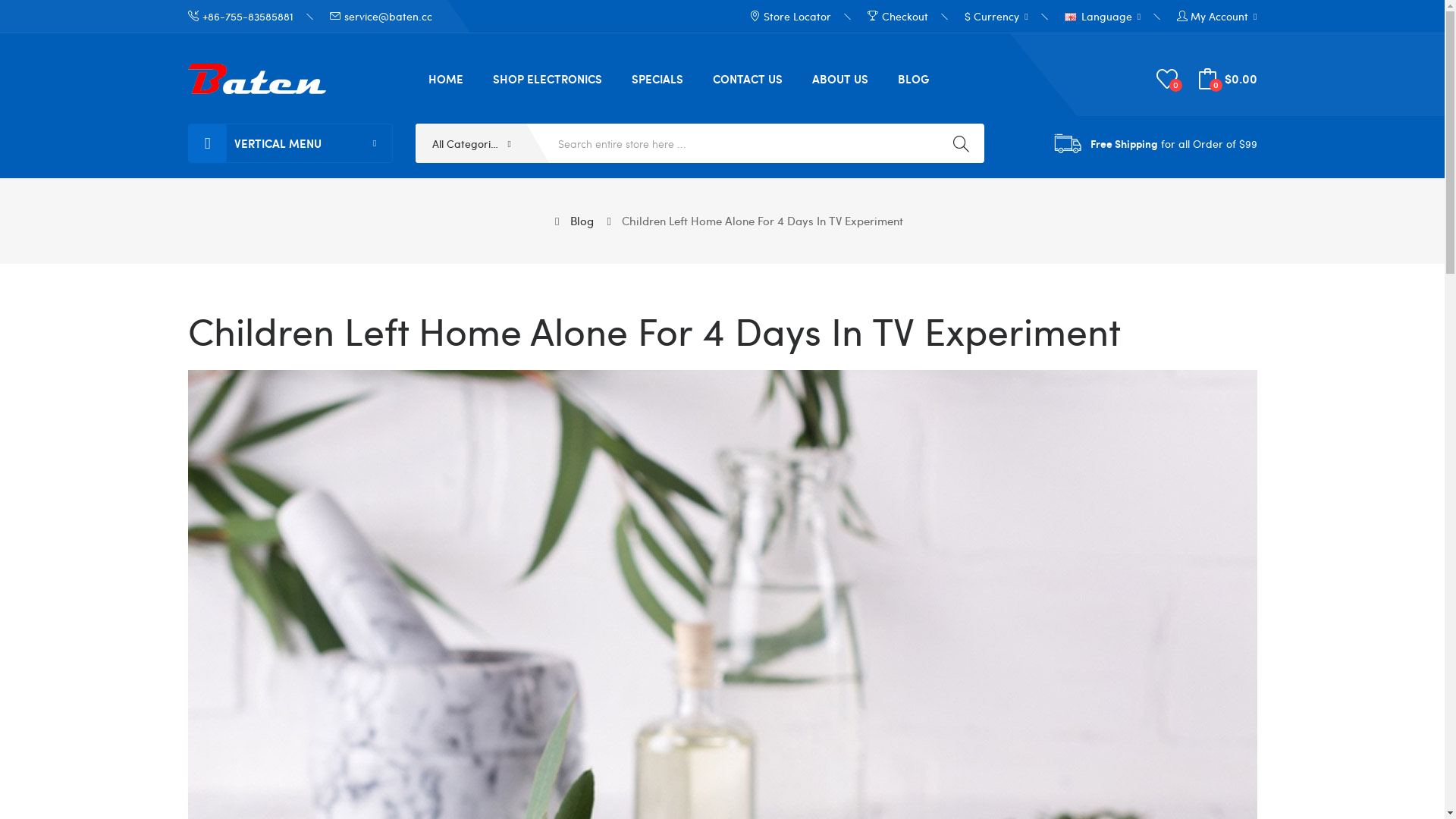  What do you see at coordinates (1165, 79) in the screenshot?
I see `'0'` at bounding box center [1165, 79].